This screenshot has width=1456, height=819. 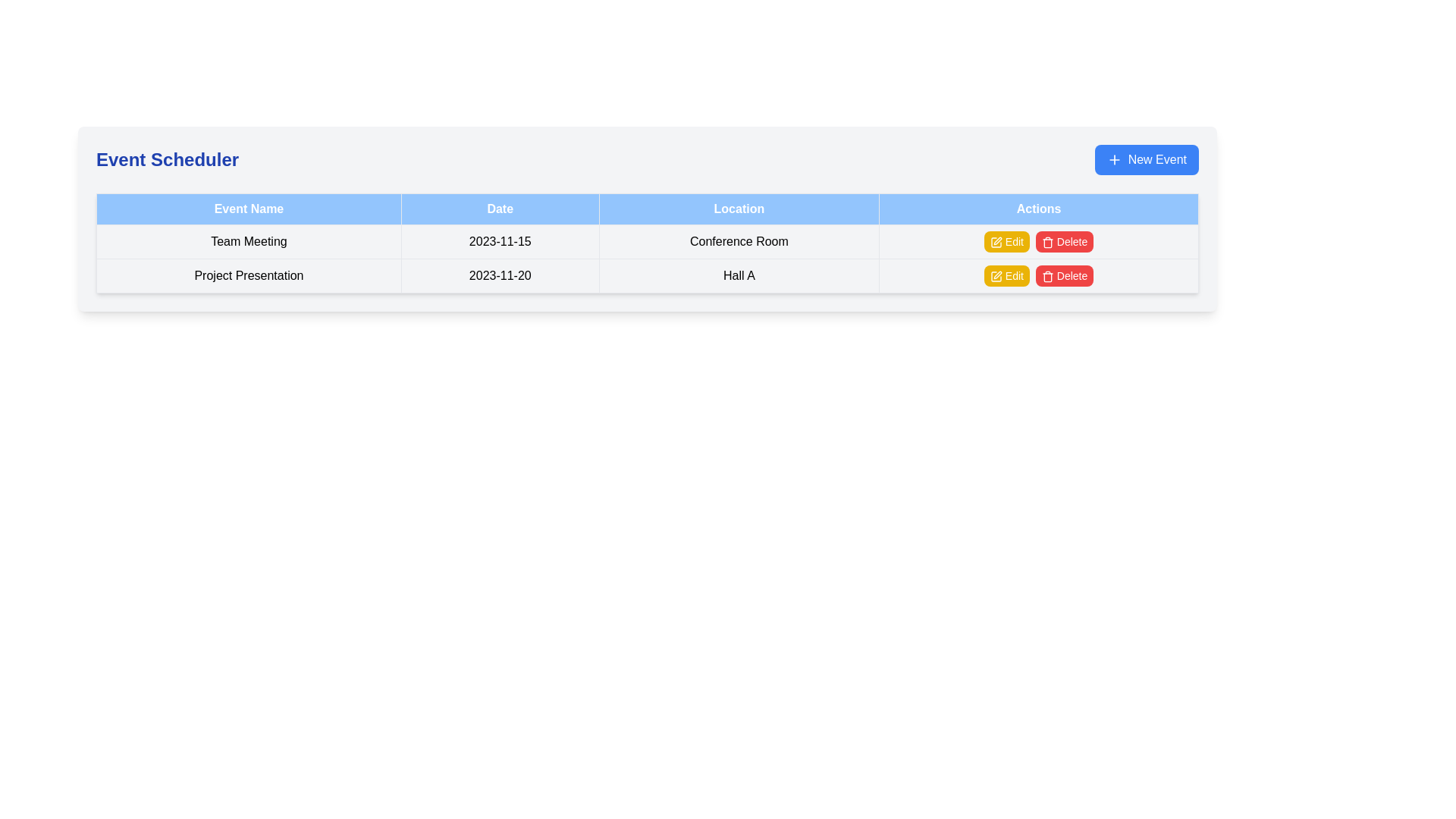 What do you see at coordinates (1006, 275) in the screenshot?
I see `the leftmost button in the 'Actions' column of the second row in the table to initiate editing` at bounding box center [1006, 275].